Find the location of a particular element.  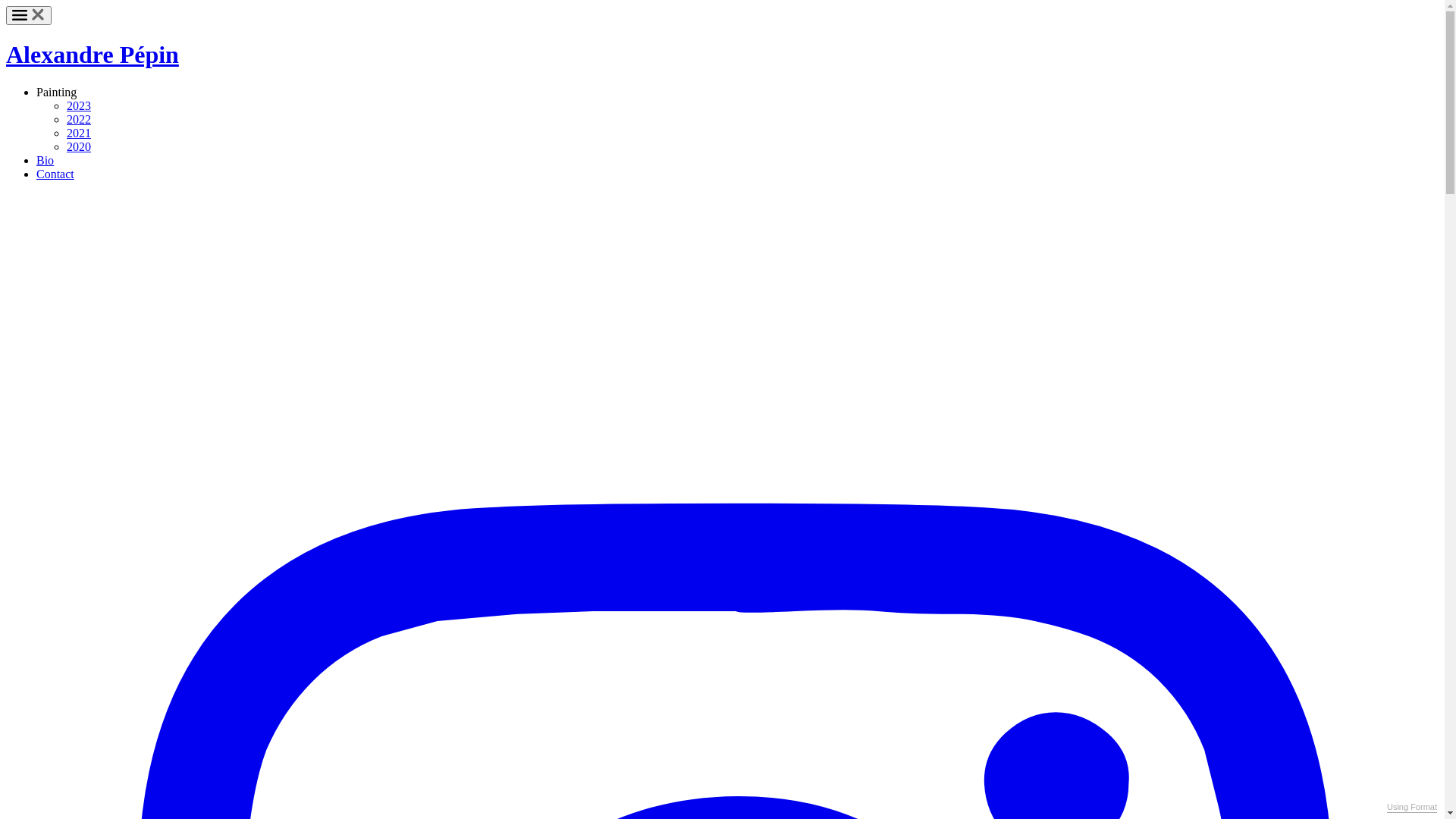

'2020' is located at coordinates (65, 146).